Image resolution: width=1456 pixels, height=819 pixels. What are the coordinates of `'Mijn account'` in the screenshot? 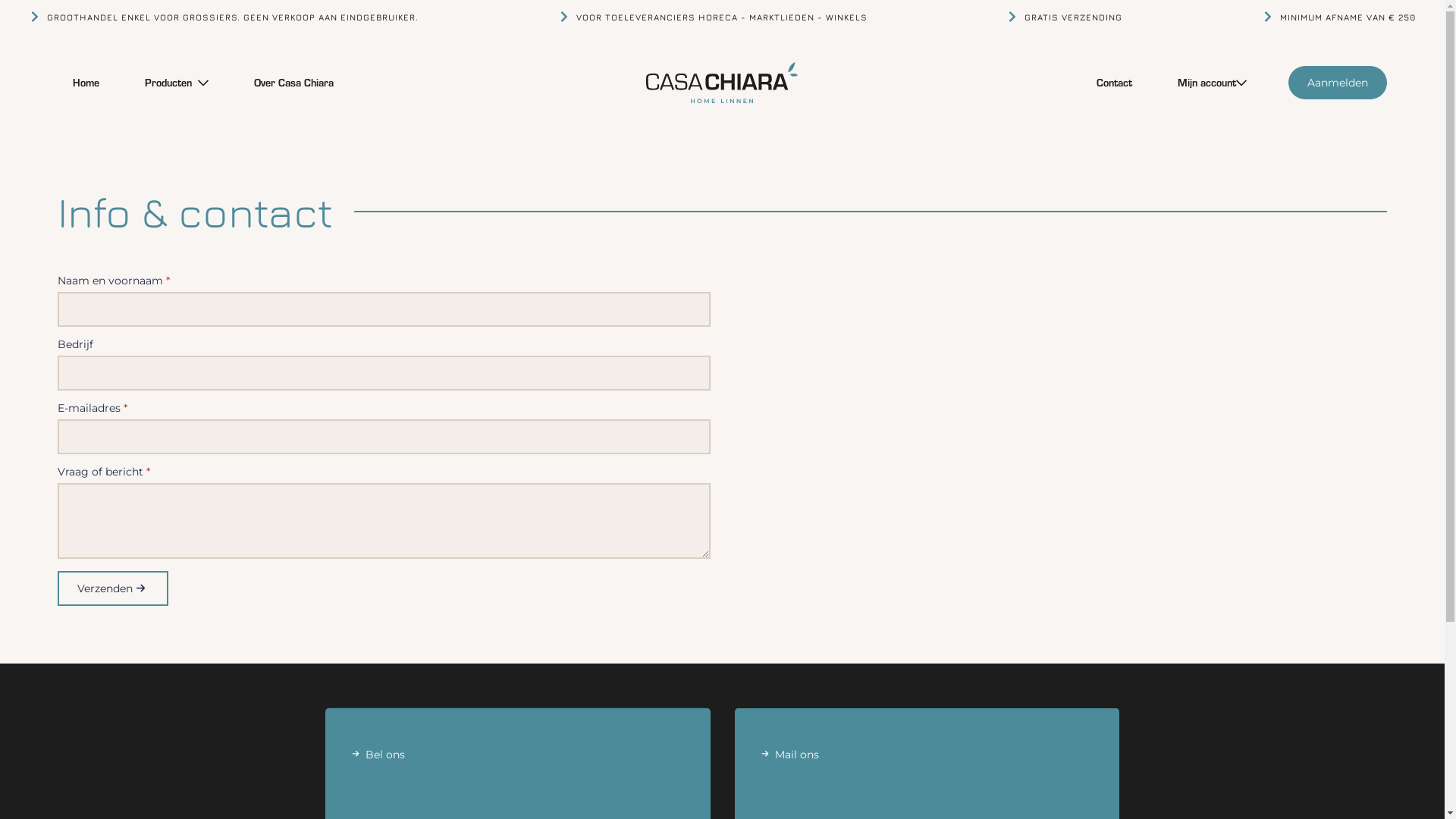 It's located at (1198, 82).